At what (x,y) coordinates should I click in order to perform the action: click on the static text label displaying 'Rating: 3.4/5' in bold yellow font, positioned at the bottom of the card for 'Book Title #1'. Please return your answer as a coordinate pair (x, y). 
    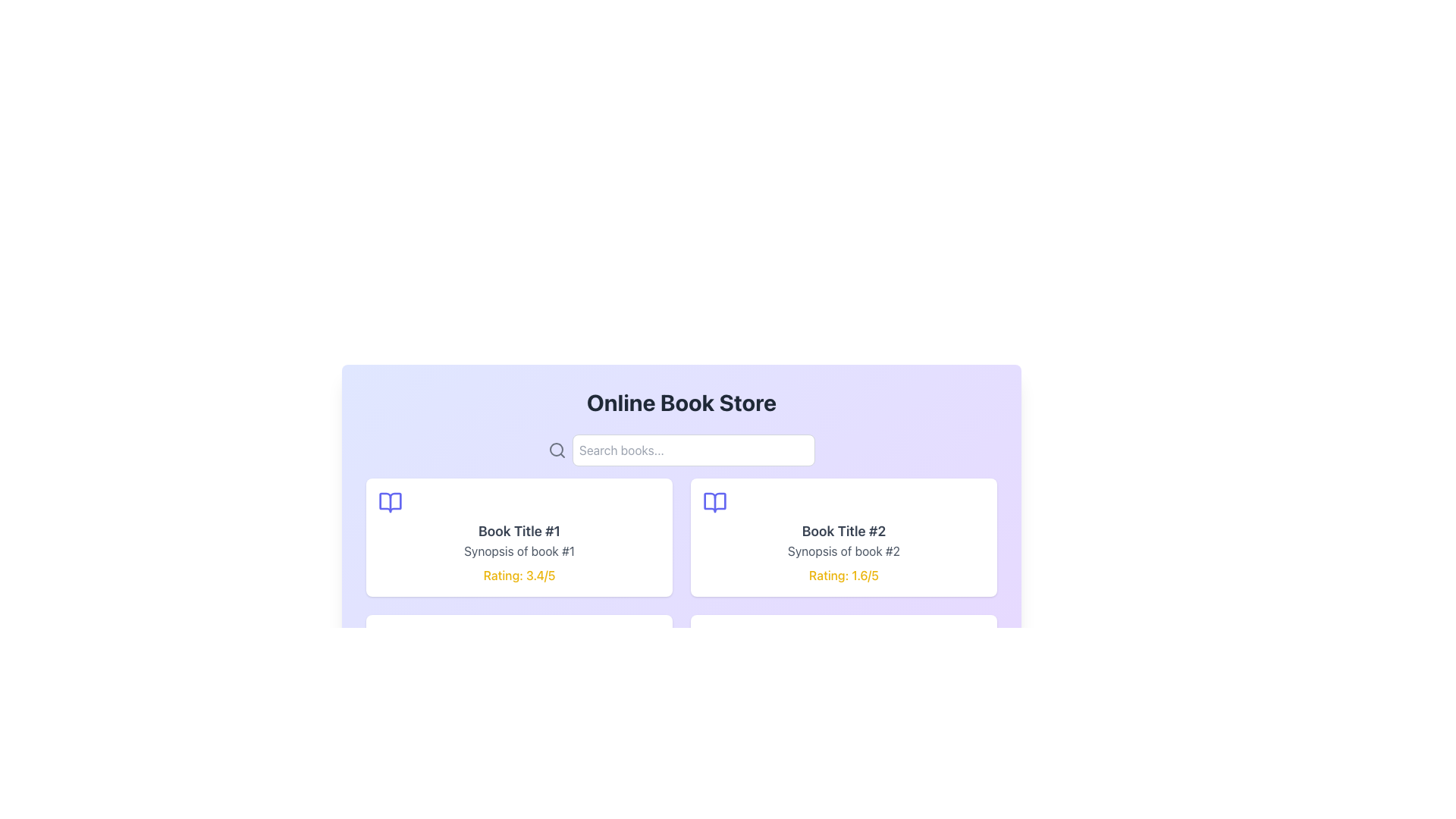
    Looking at the image, I should click on (519, 576).